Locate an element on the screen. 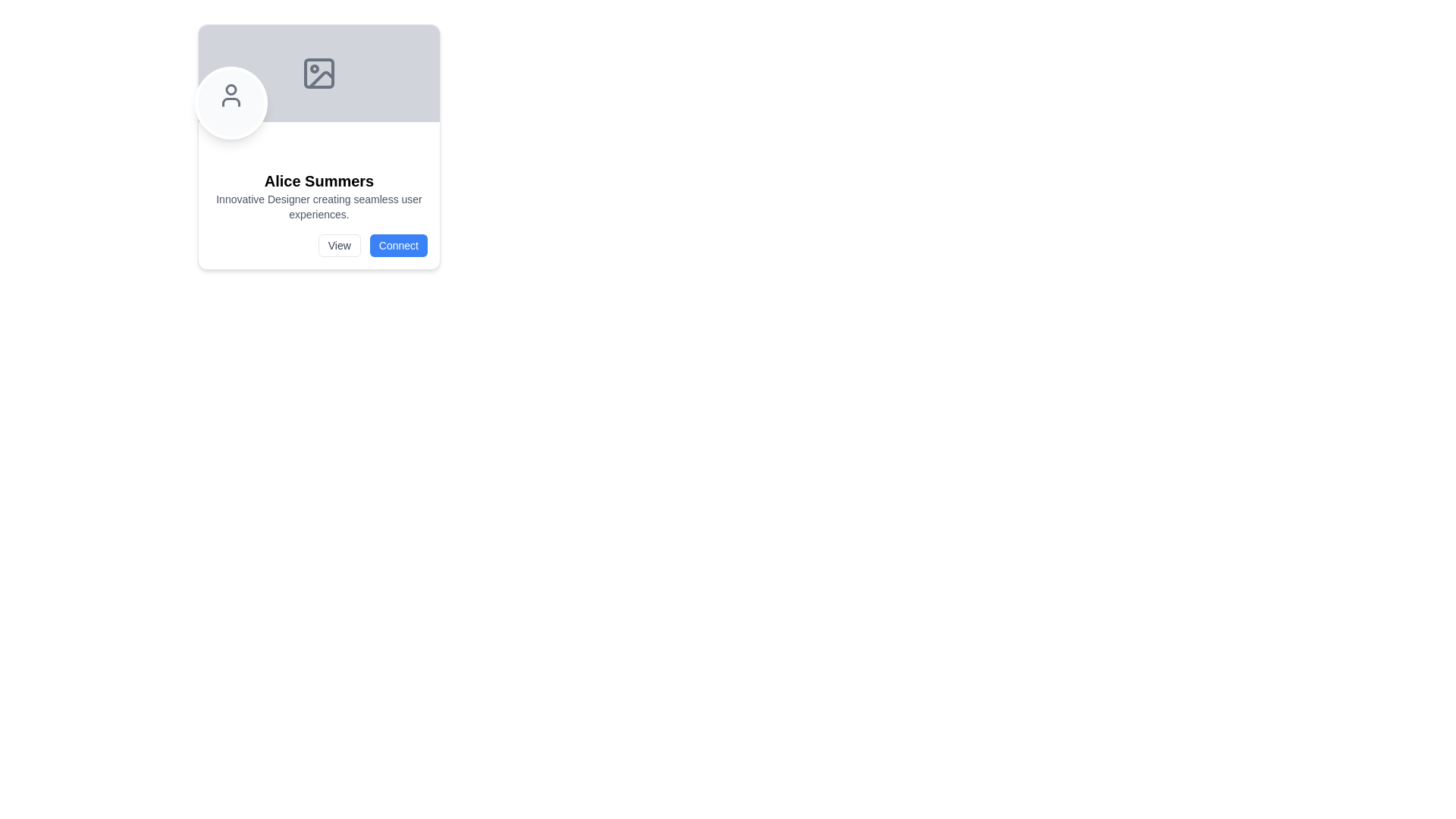  the Text block that provides supplementary information about 'Alice Summers', positioned below the title and above the 'View' and 'Connect' buttons is located at coordinates (318, 207).